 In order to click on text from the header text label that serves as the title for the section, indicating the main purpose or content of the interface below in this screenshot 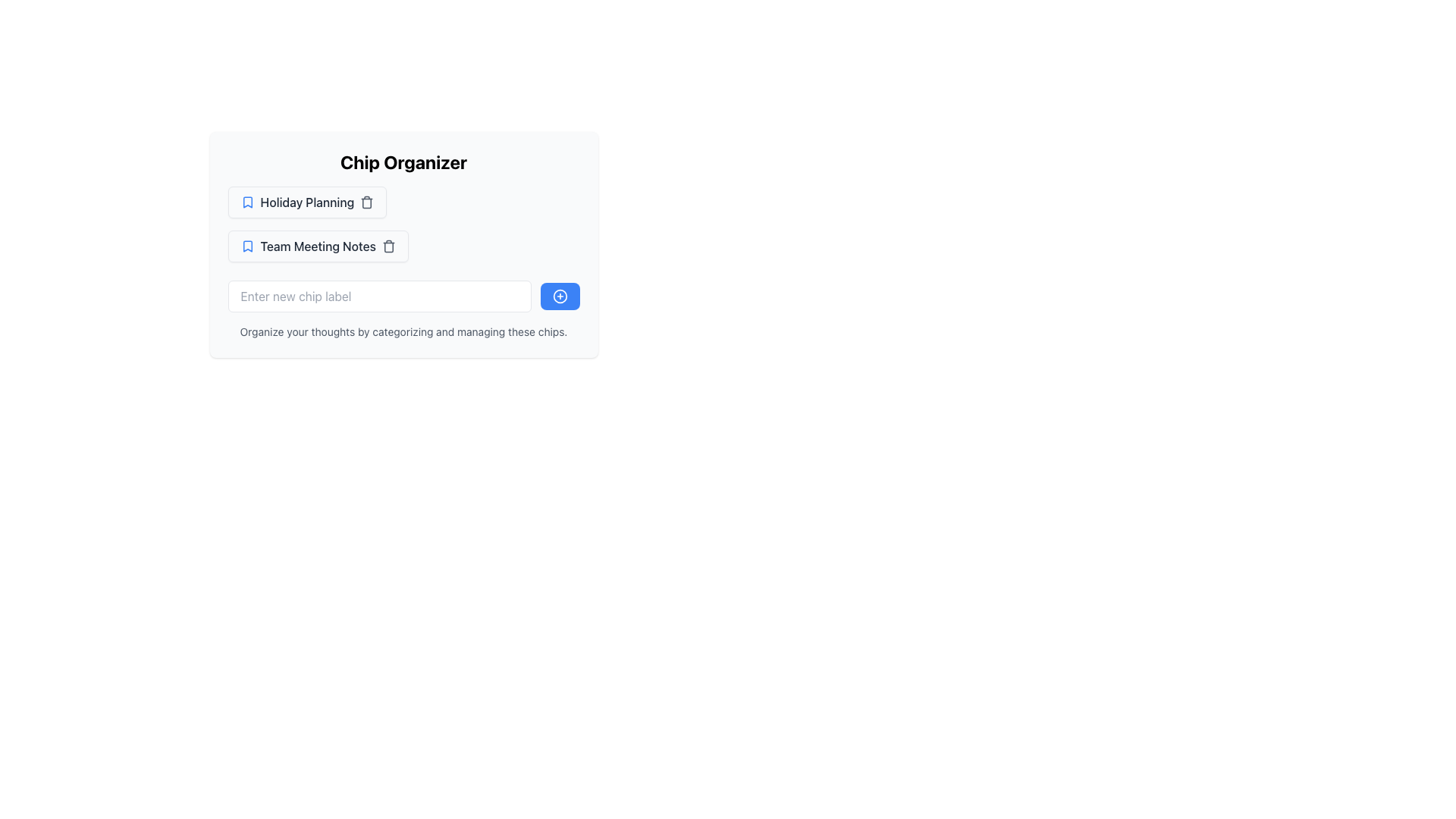, I will do `click(403, 162)`.